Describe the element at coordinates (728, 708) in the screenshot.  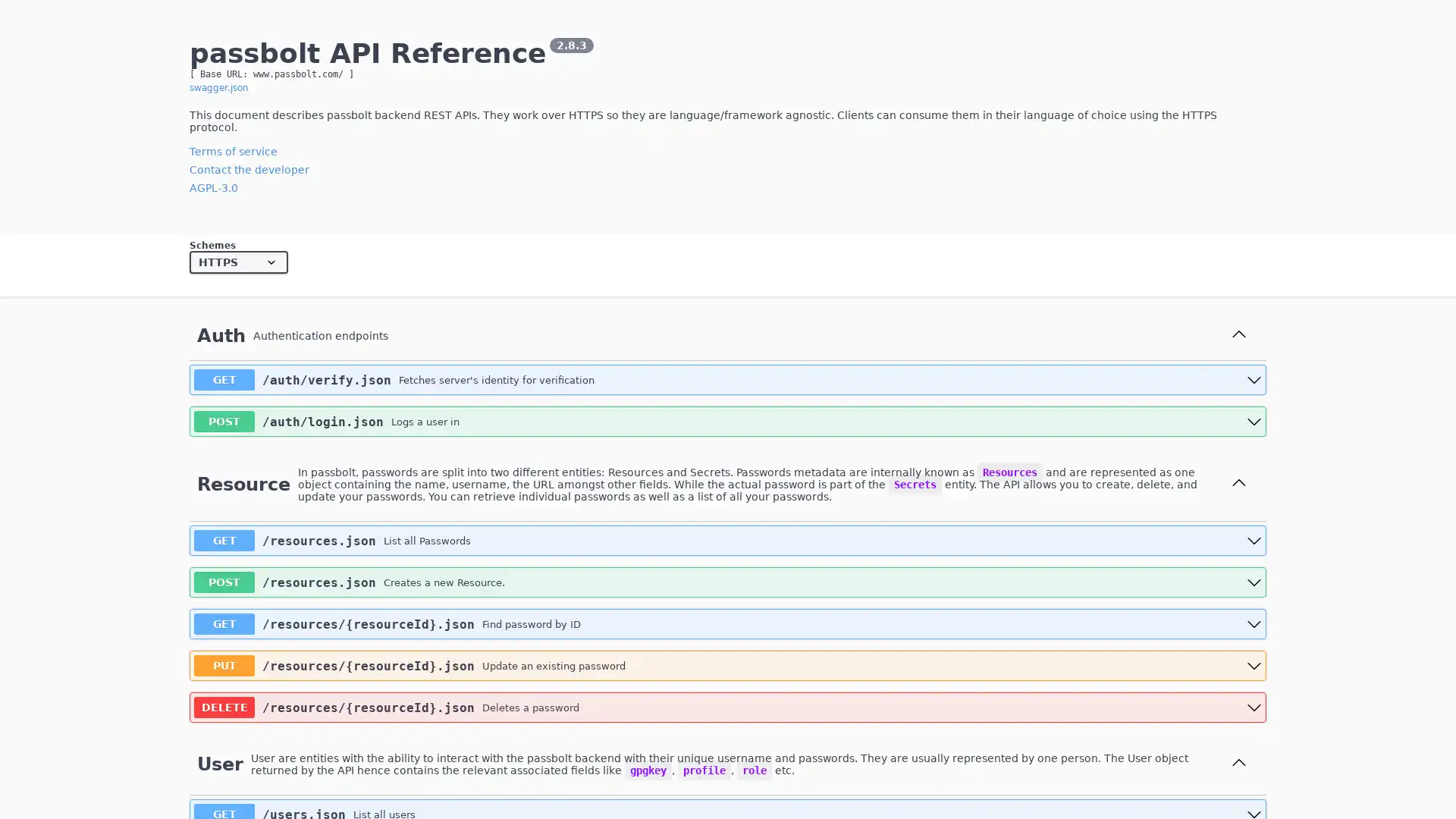
I see `delete /resources/{resourceId}.json` at that location.